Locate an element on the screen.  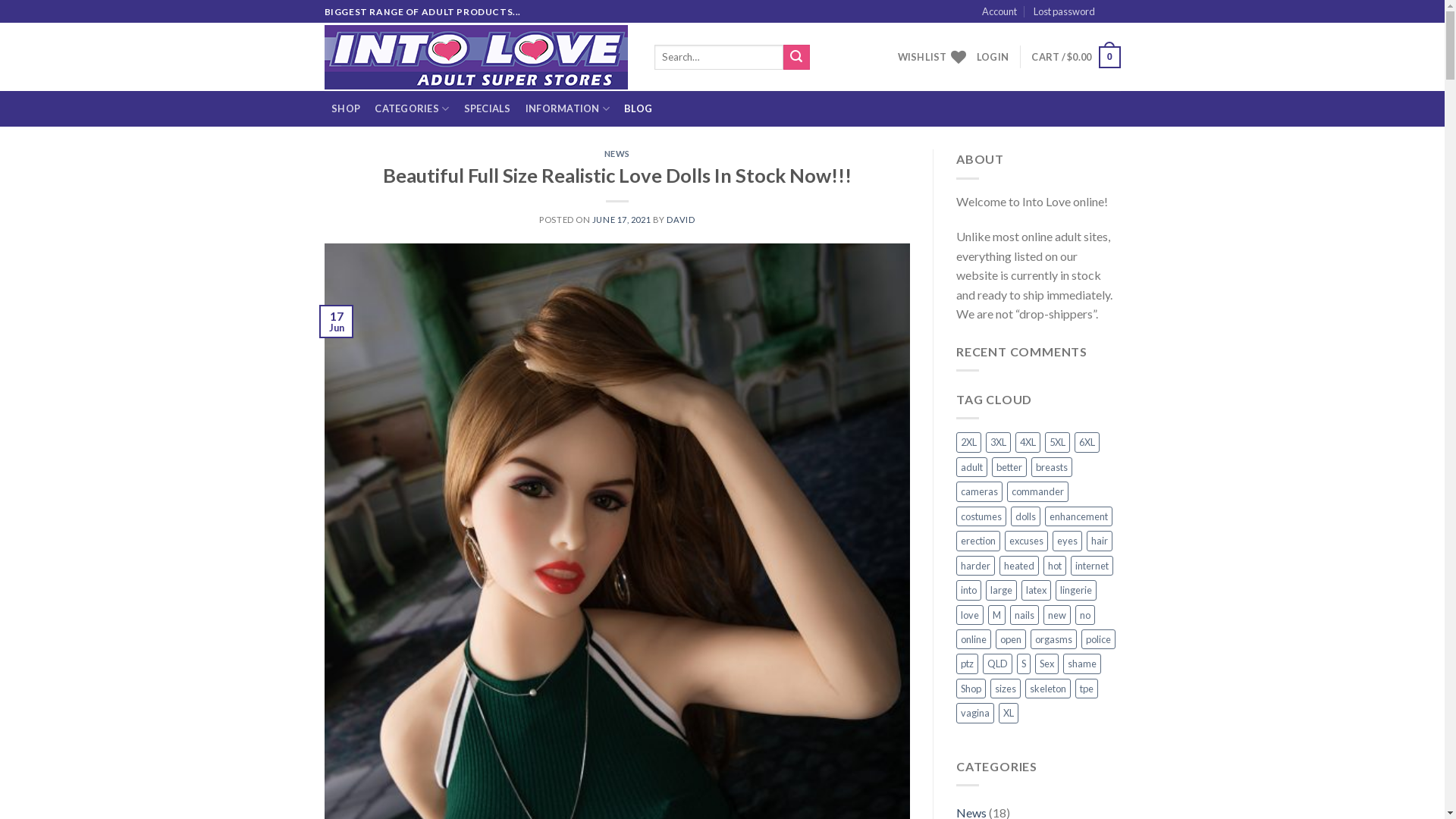
'love' is located at coordinates (968, 614).